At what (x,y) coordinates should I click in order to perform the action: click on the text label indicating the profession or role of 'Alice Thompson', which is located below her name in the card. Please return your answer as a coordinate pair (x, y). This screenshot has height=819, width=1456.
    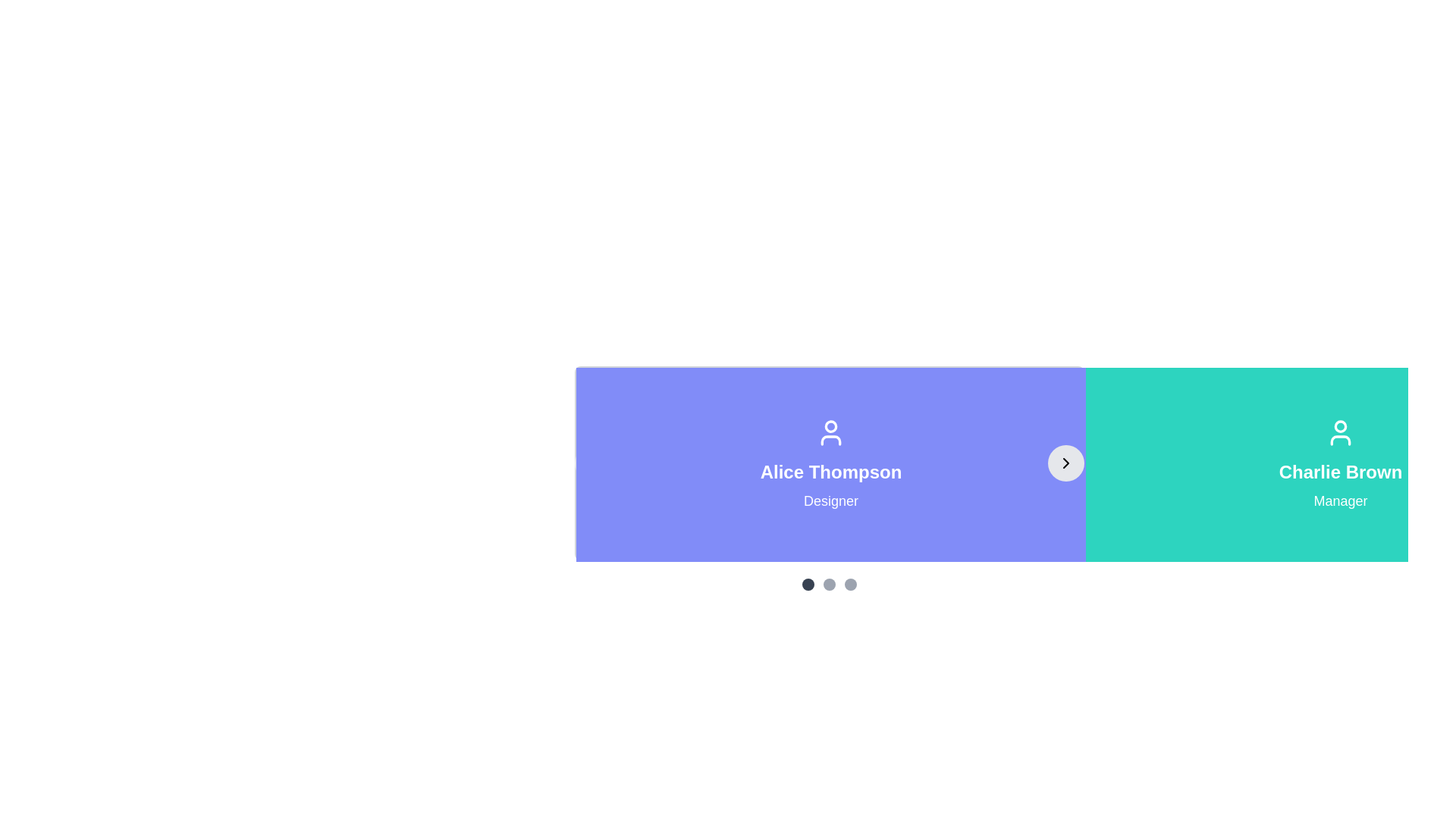
    Looking at the image, I should click on (830, 500).